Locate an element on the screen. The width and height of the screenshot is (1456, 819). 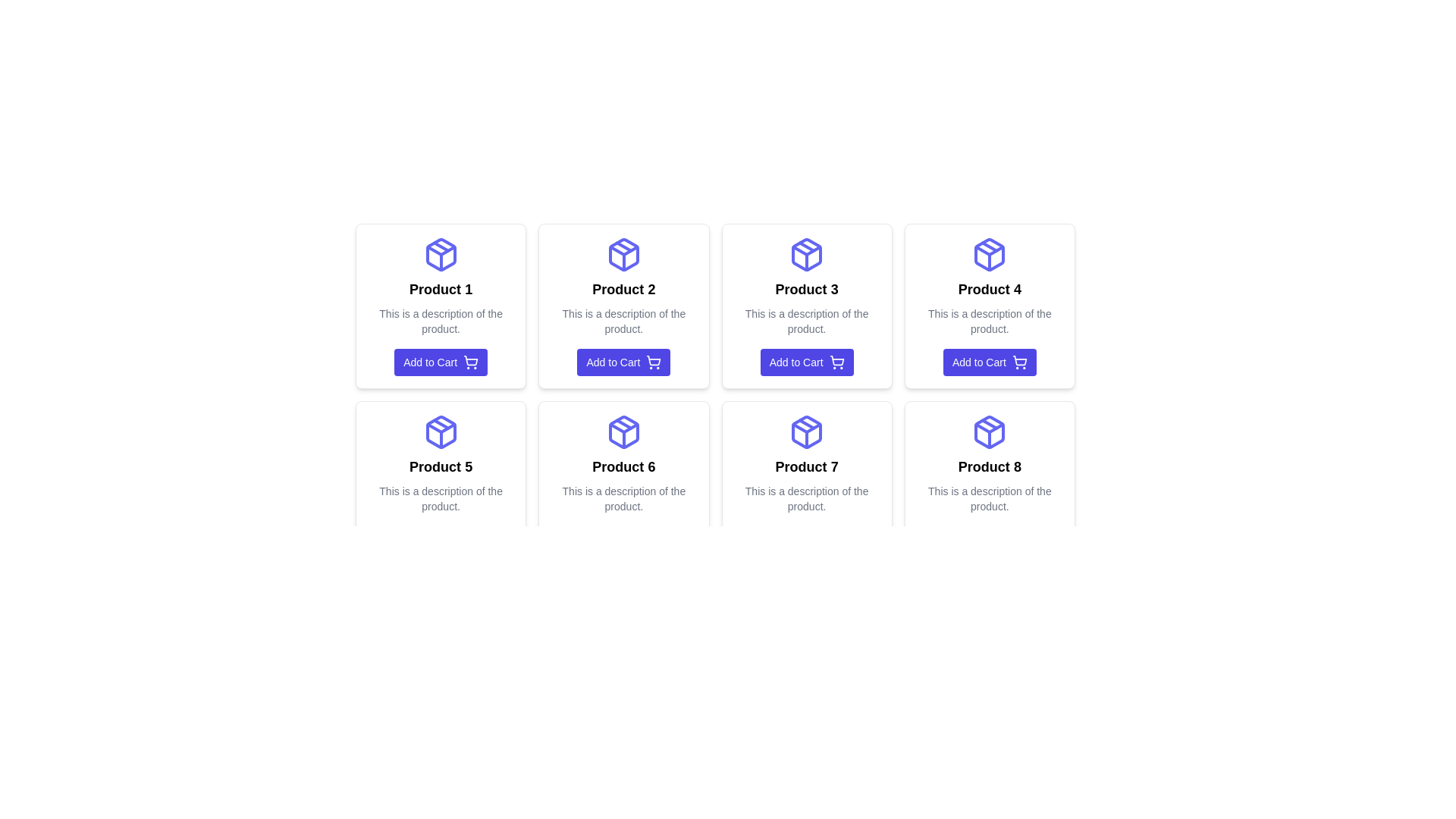
the triangular decorative element within the SVG icon for Product 3, positioned above the product's title text is located at coordinates (806, 250).